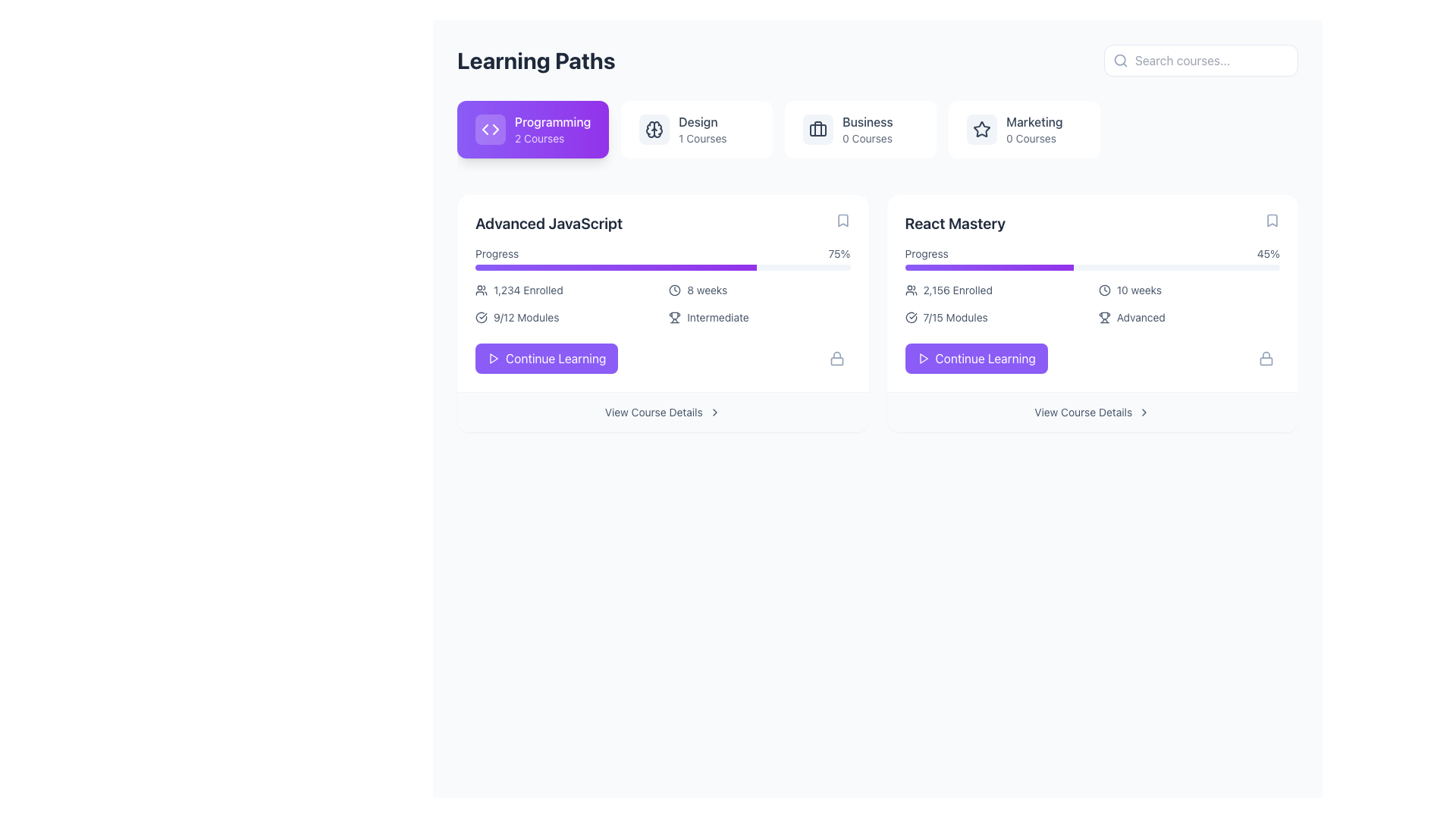  What do you see at coordinates (533, 128) in the screenshot?
I see `the rectangular button with a gradient background, featuring a white code symbol and the text 'Programming' in bold and '2 Courses' below it` at bounding box center [533, 128].